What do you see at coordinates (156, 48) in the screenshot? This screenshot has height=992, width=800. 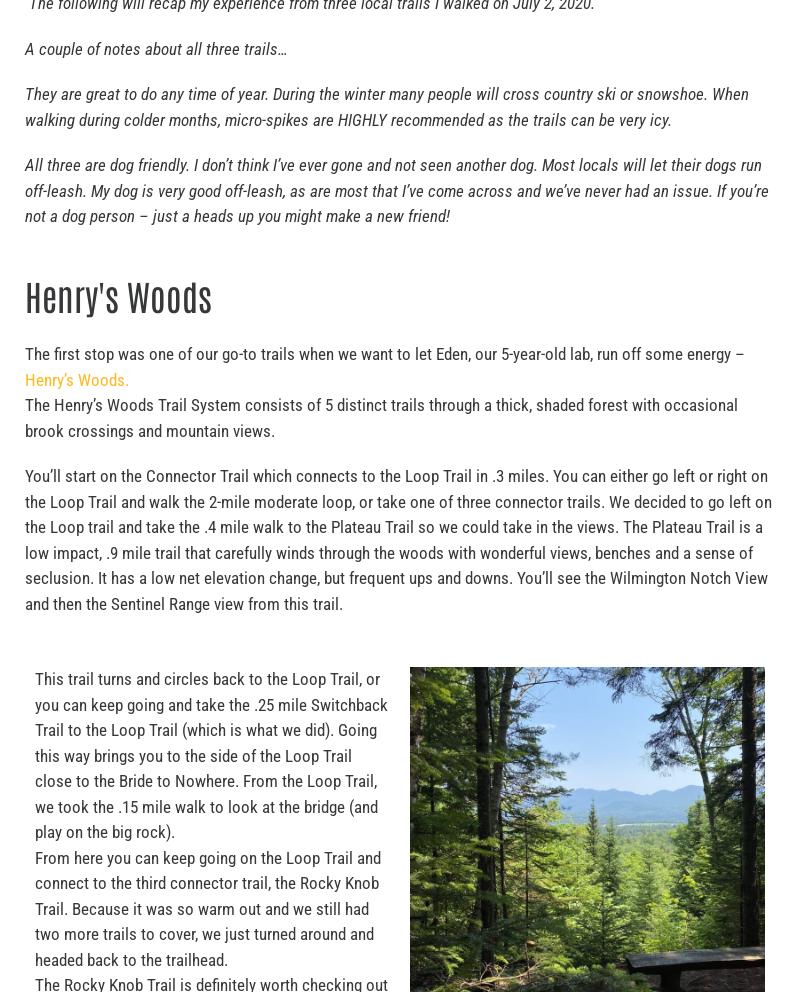 I see `'A couple of notes about all three trails…'` at bounding box center [156, 48].